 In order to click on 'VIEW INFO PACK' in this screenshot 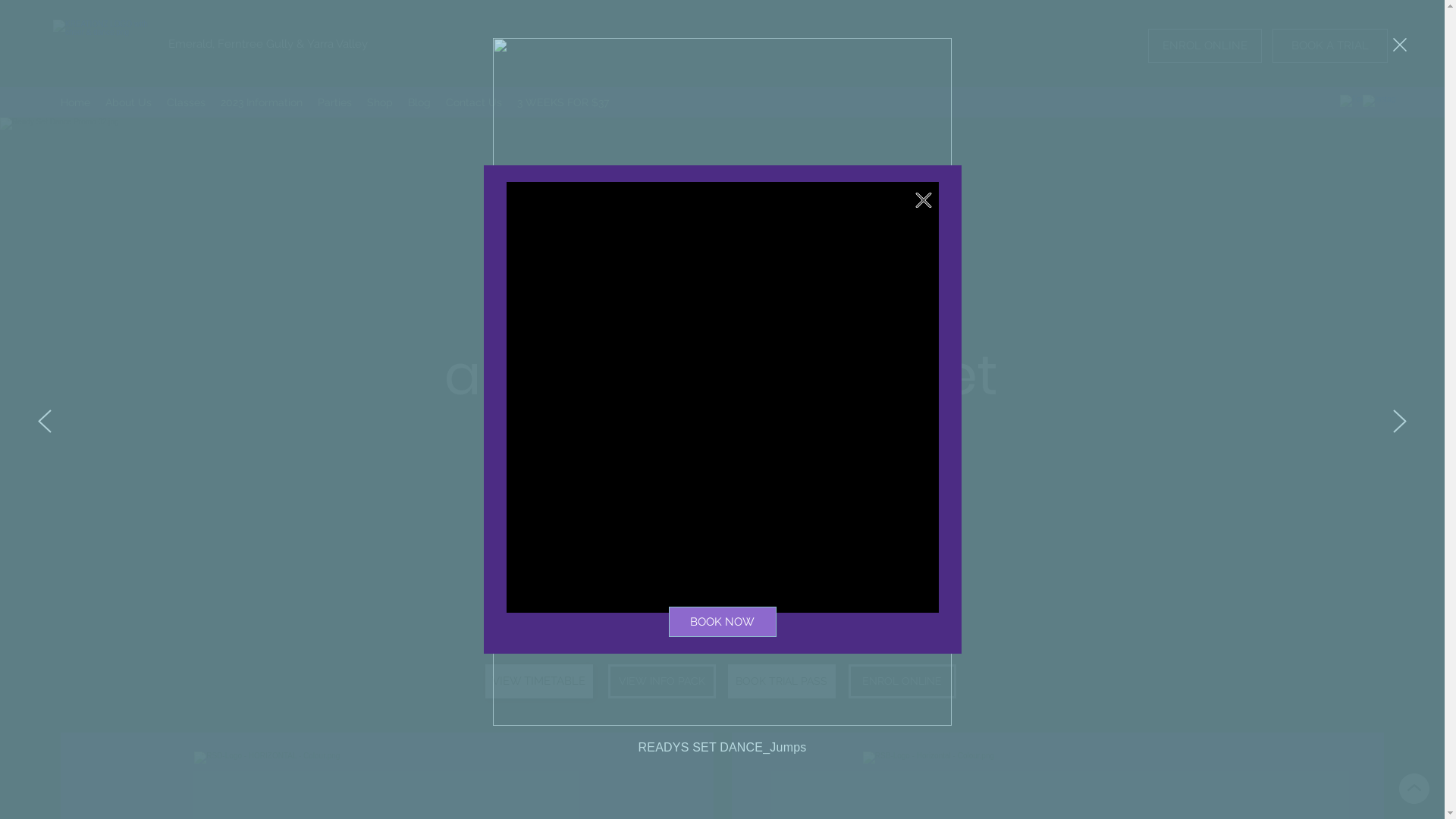, I will do `click(662, 680)`.